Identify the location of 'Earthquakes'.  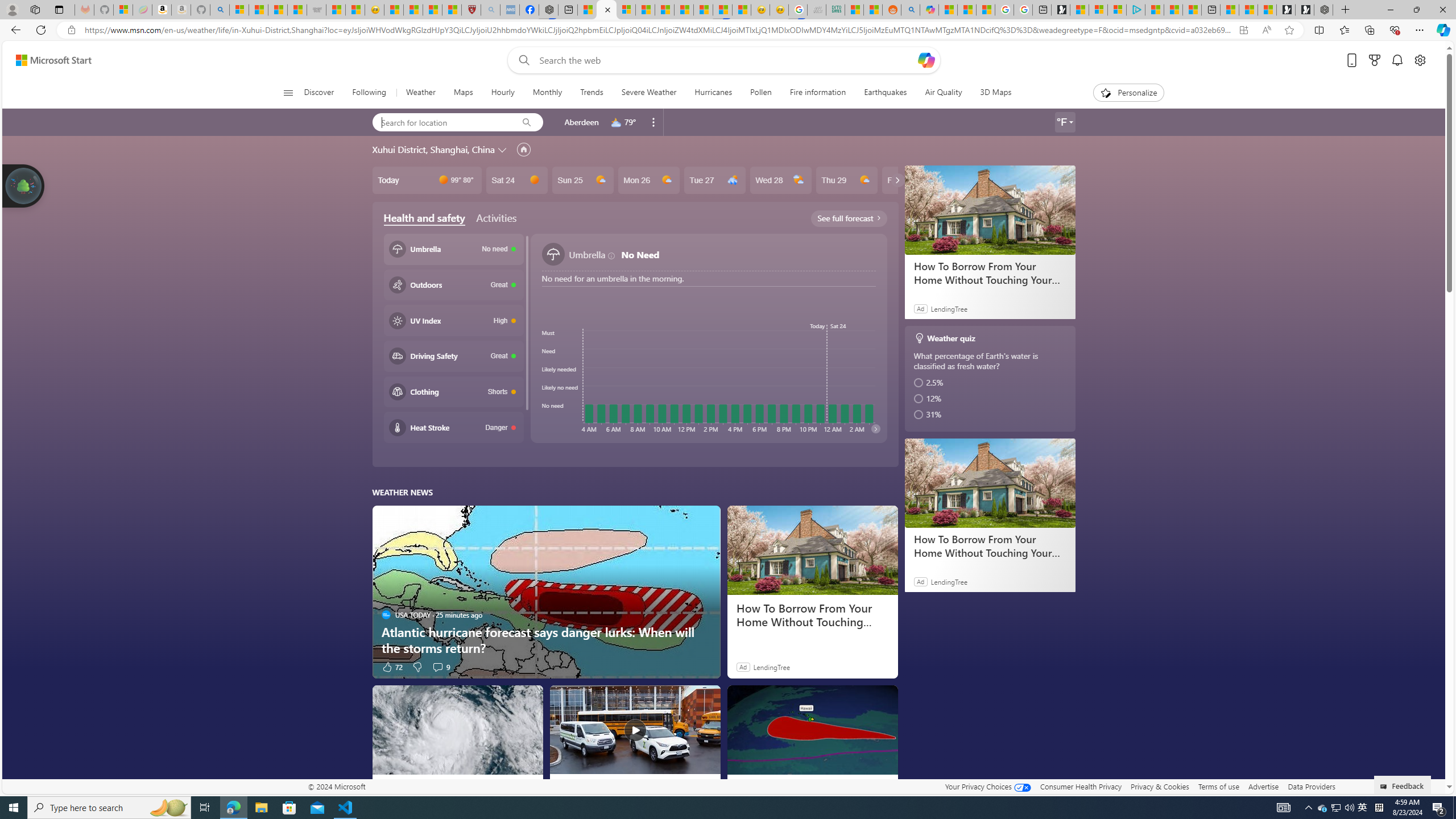
(885, 92).